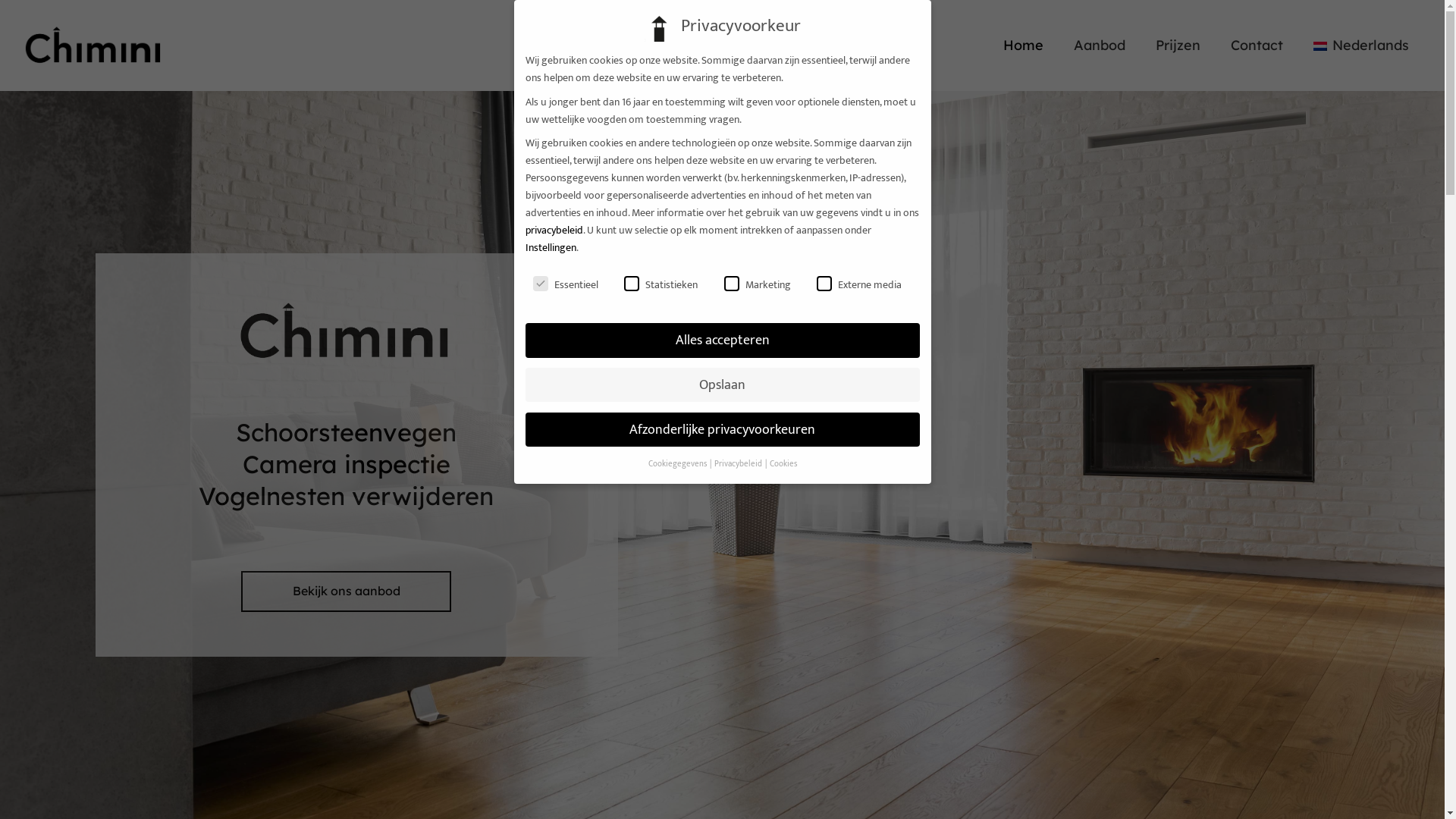 The width and height of the screenshot is (1456, 819). What do you see at coordinates (739, 463) in the screenshot?
I see `'Privacybeleid'` at bounding box center [739, 463].